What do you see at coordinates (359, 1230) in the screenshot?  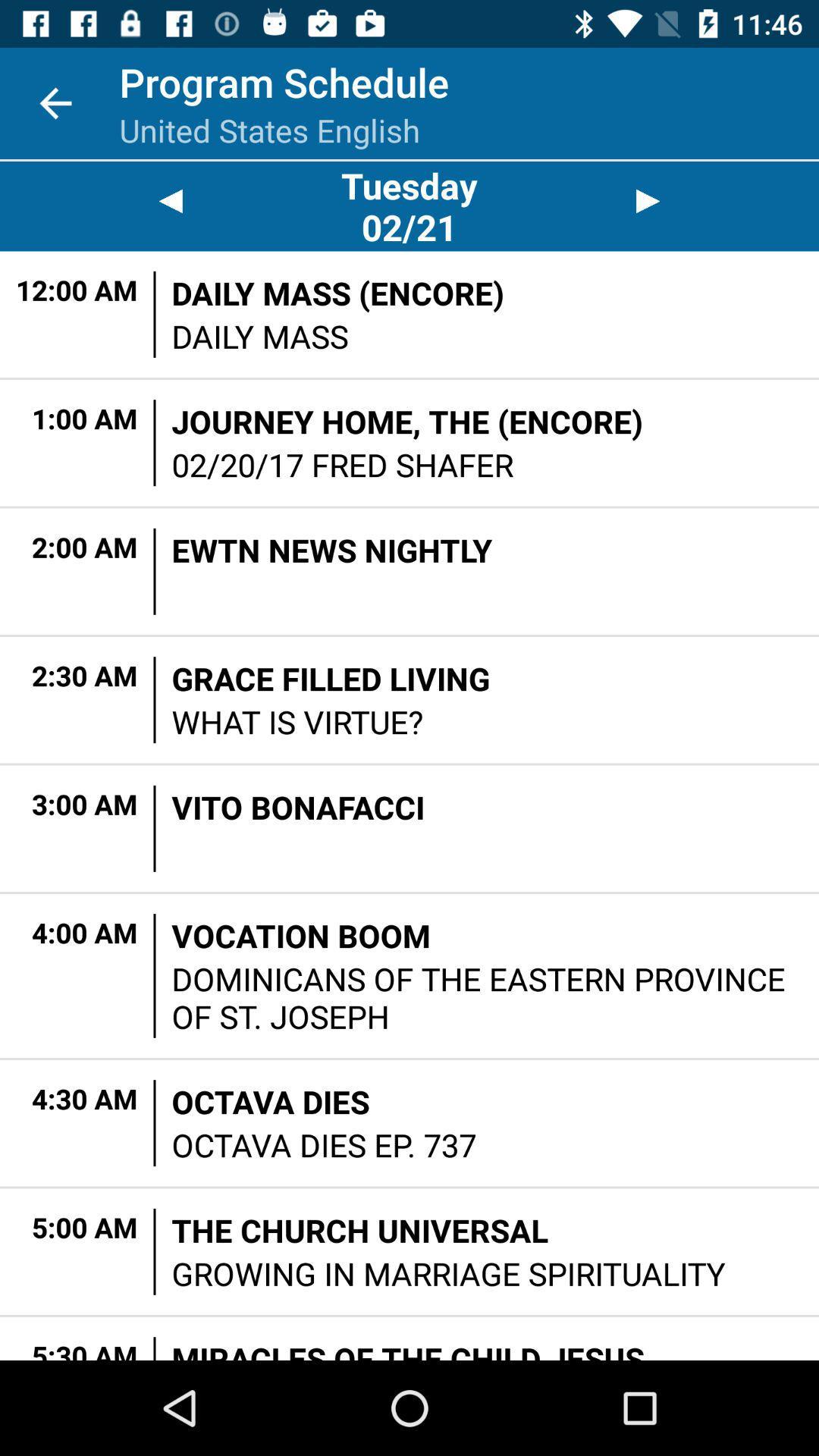 I see `the the church universal icon` at bounding box center [359, 1230].